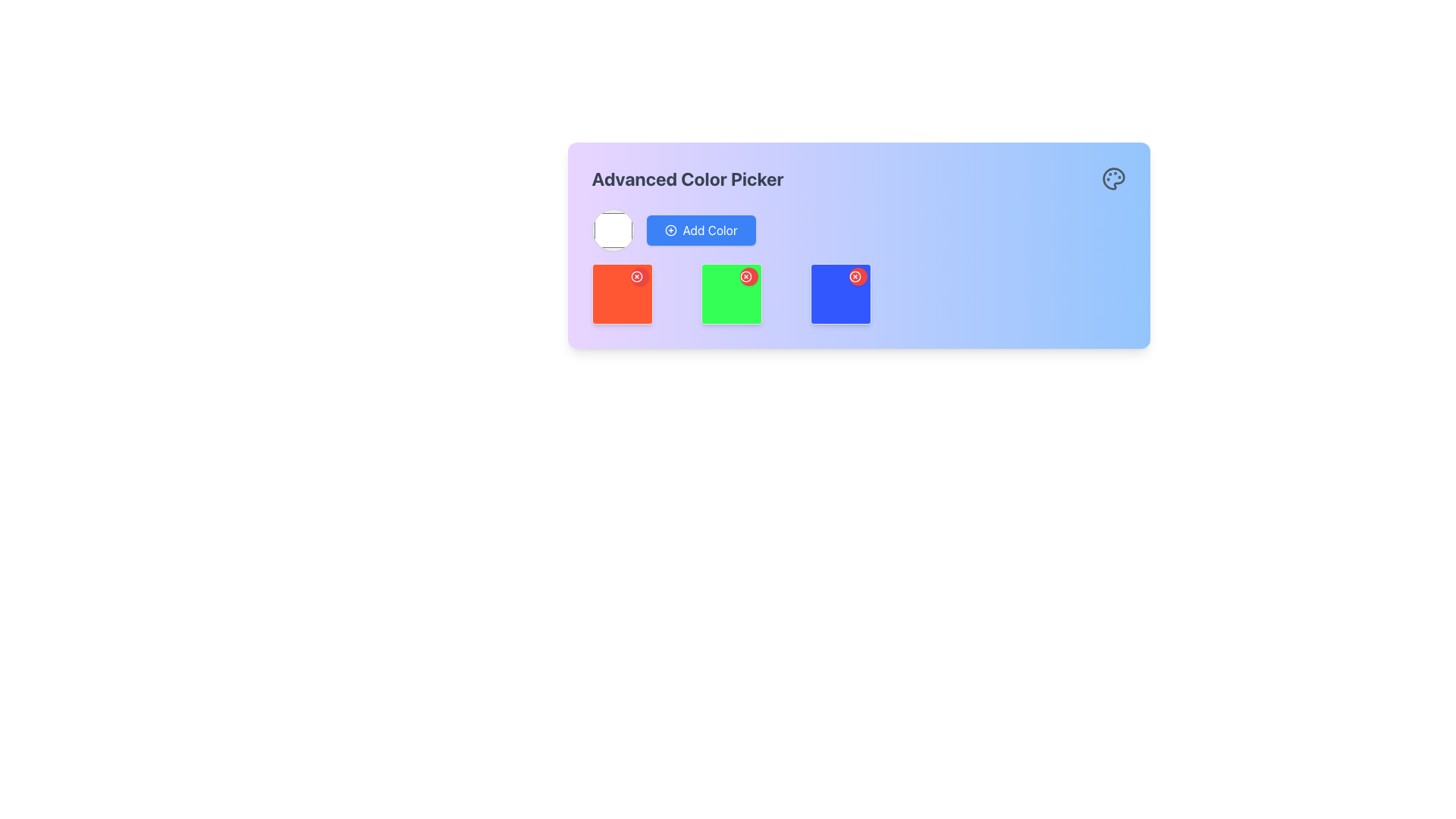  Describe the element at coordinates (639, 277) in the screenshot. I see `the red circular button with a white 'X' icon located in the top-right corner of the first card in the 'Advanced Color Picker' interface to observe the hover effect` at that location.